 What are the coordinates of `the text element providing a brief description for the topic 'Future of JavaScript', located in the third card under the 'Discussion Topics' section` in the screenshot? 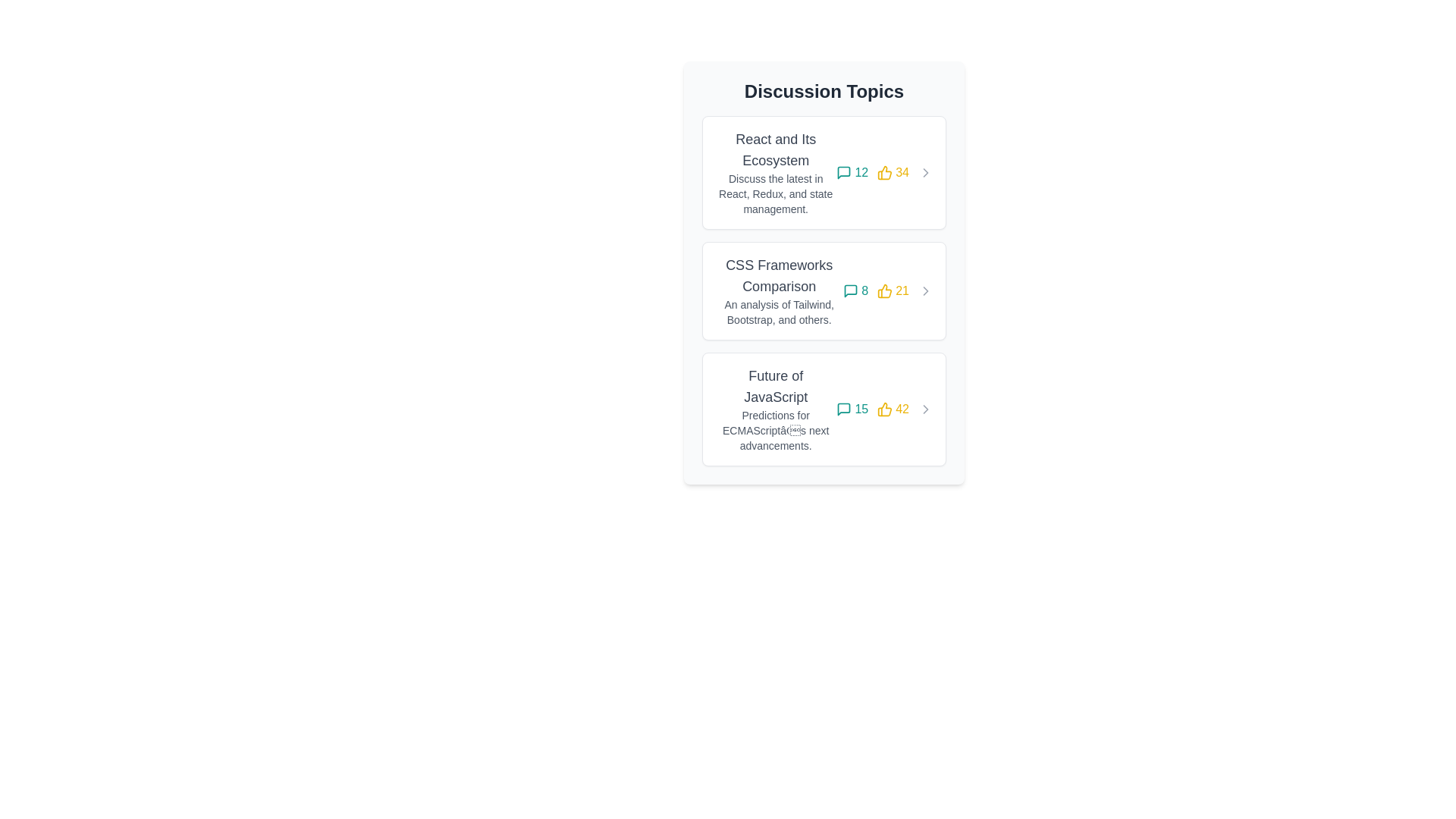 It's located at (776, 430).